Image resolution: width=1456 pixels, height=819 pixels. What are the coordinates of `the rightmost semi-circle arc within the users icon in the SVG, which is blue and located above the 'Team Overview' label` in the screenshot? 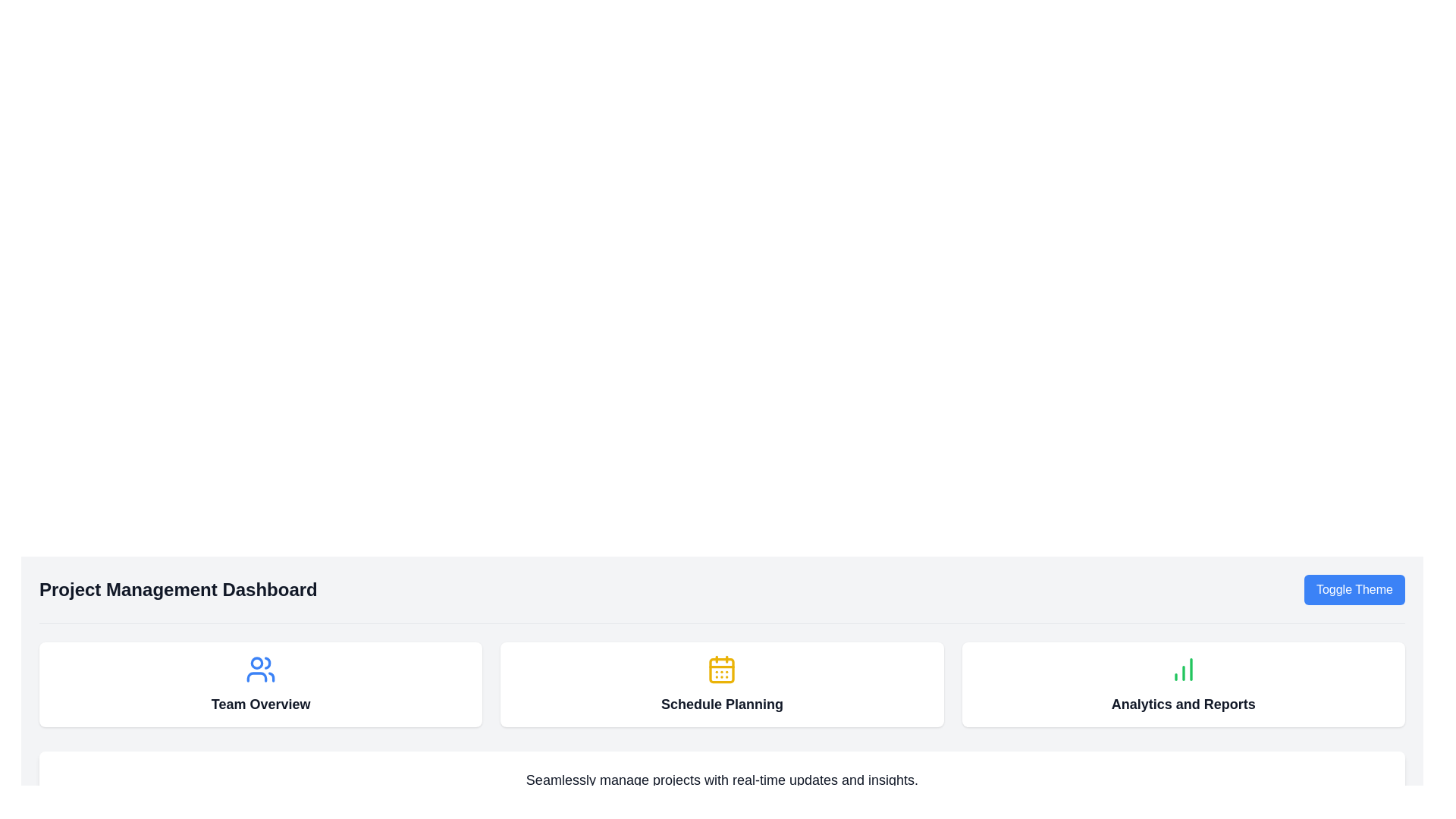 It's located at (268, 662).